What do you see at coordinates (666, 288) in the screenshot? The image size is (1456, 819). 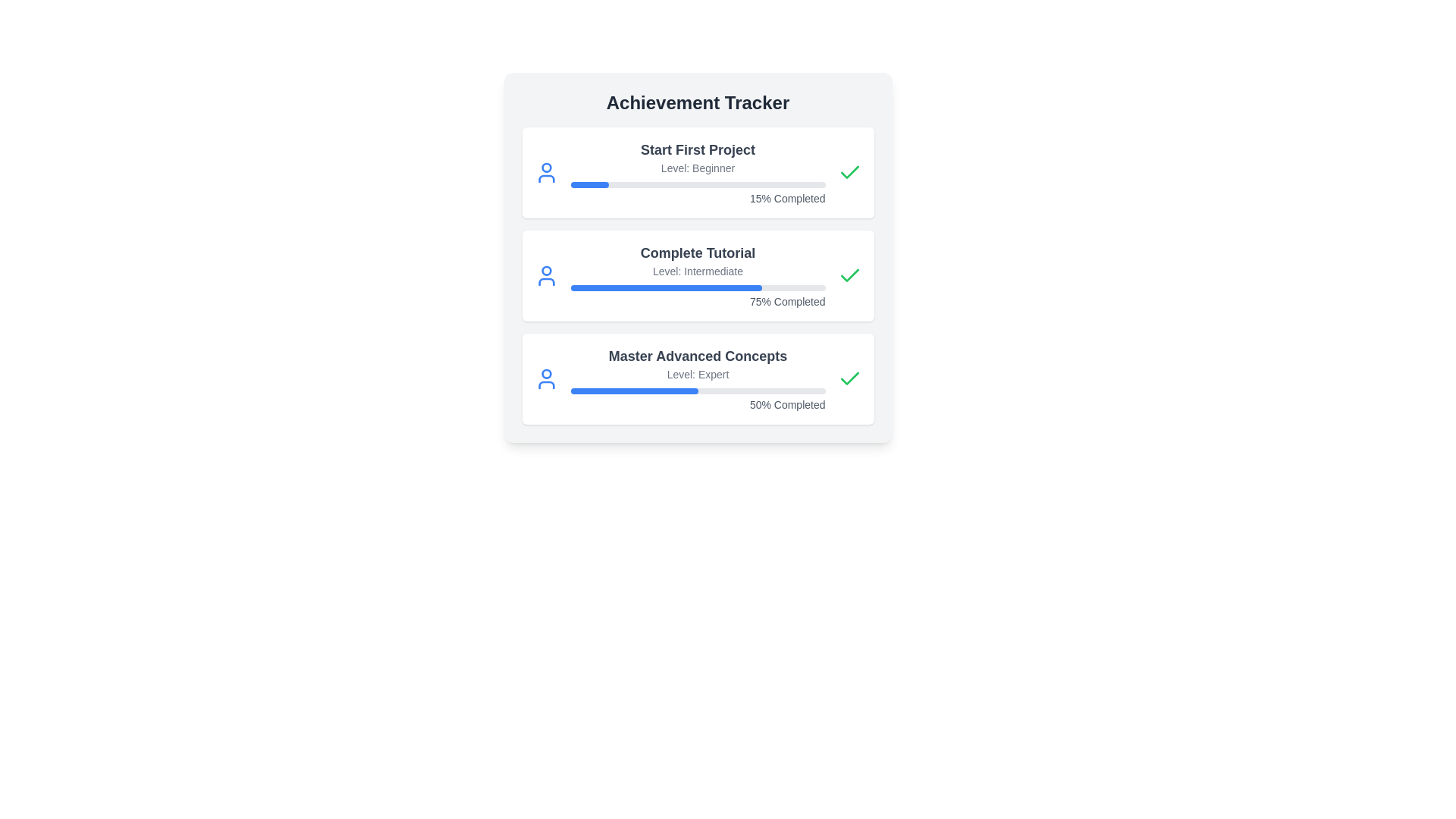 I see `the progress bar segment indicating 75% completion for the 'Complete Tutorial' task in the 'Achievement Tracker' interface` at bounding box center [666, 288].